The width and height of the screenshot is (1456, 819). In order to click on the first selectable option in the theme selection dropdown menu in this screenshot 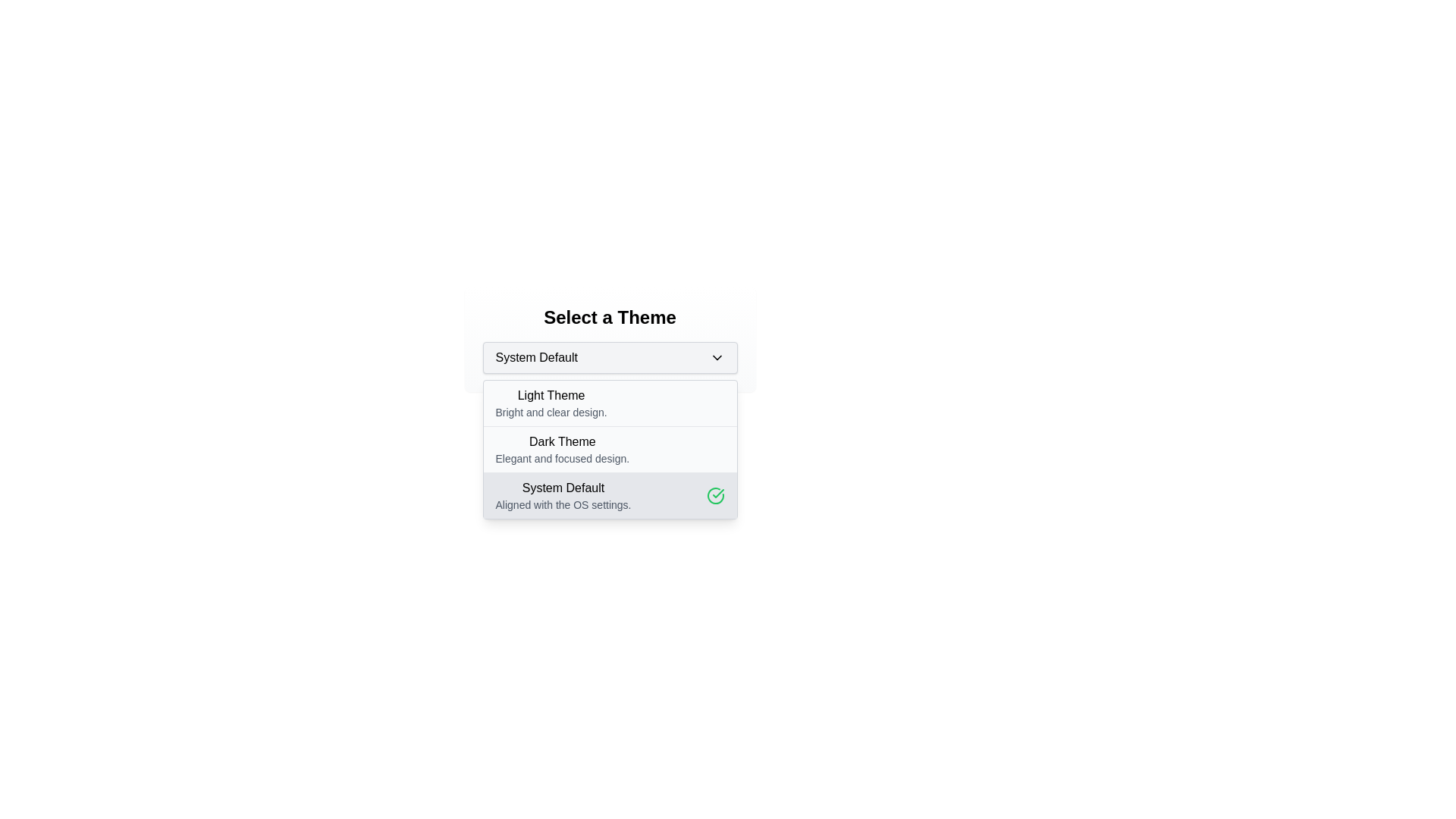, I will do `click(551, 403)`.